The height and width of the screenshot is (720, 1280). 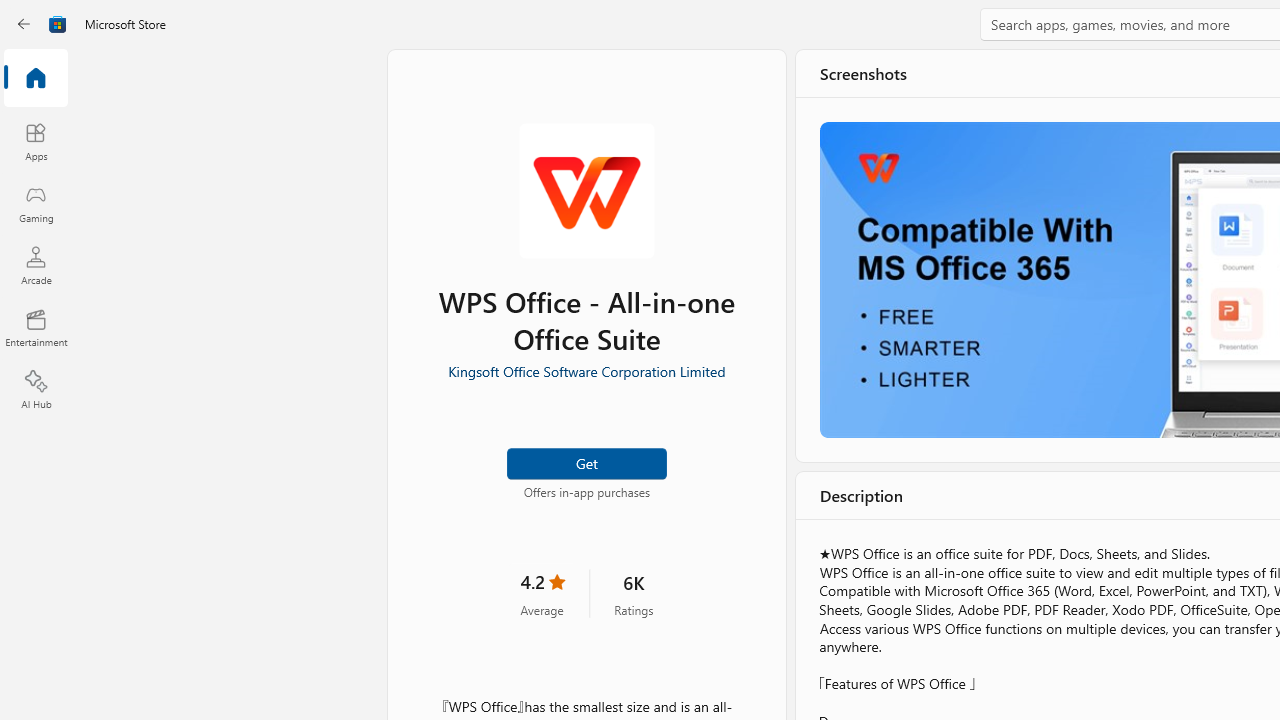 What do you see at coordinates (585, 463) in the screenshot?
I see `'Get'` at bounding box center [585, 463].